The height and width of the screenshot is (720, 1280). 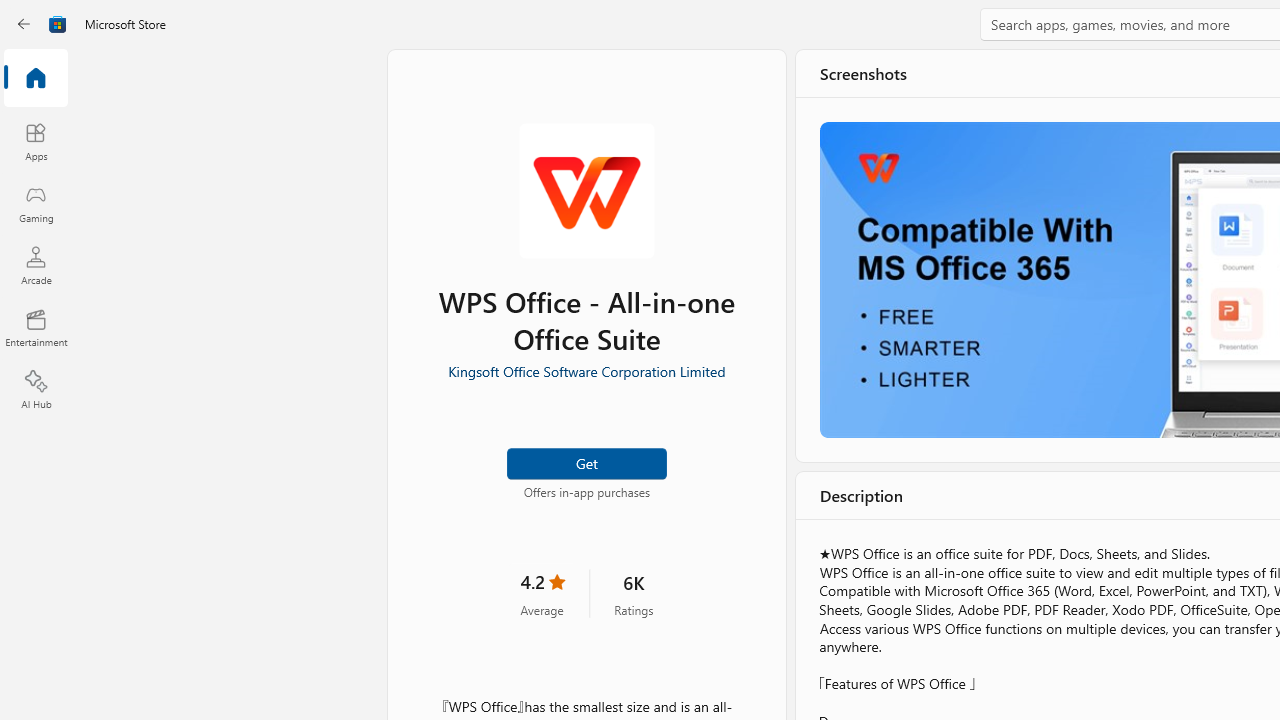 What do you see at coordinates (585, 463) in the screenshot?
I see `'Get'` at bounding box center [585, 463].